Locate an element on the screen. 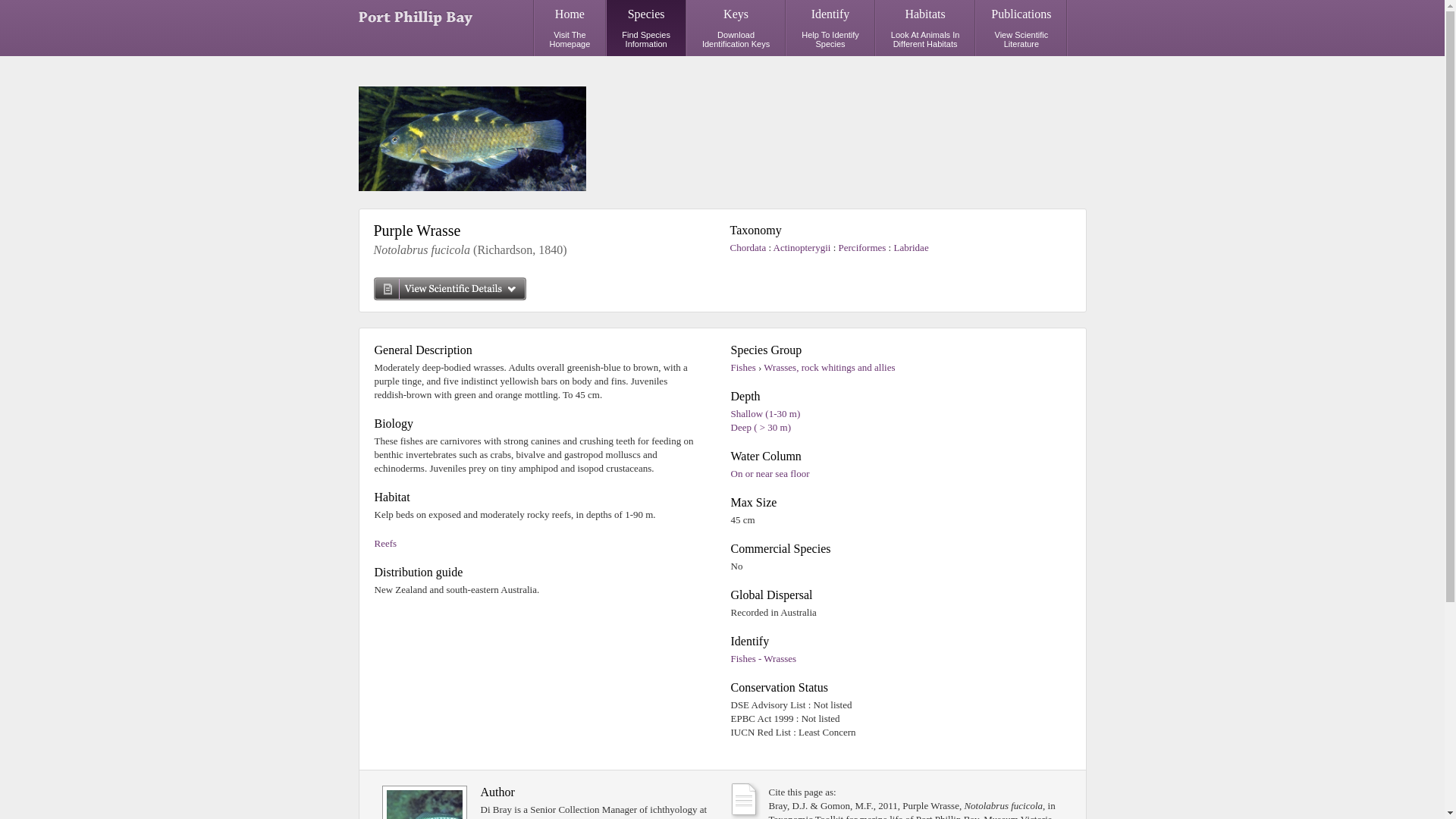  'Shallow (1-30 m)' is located at coordinates (765, 413).